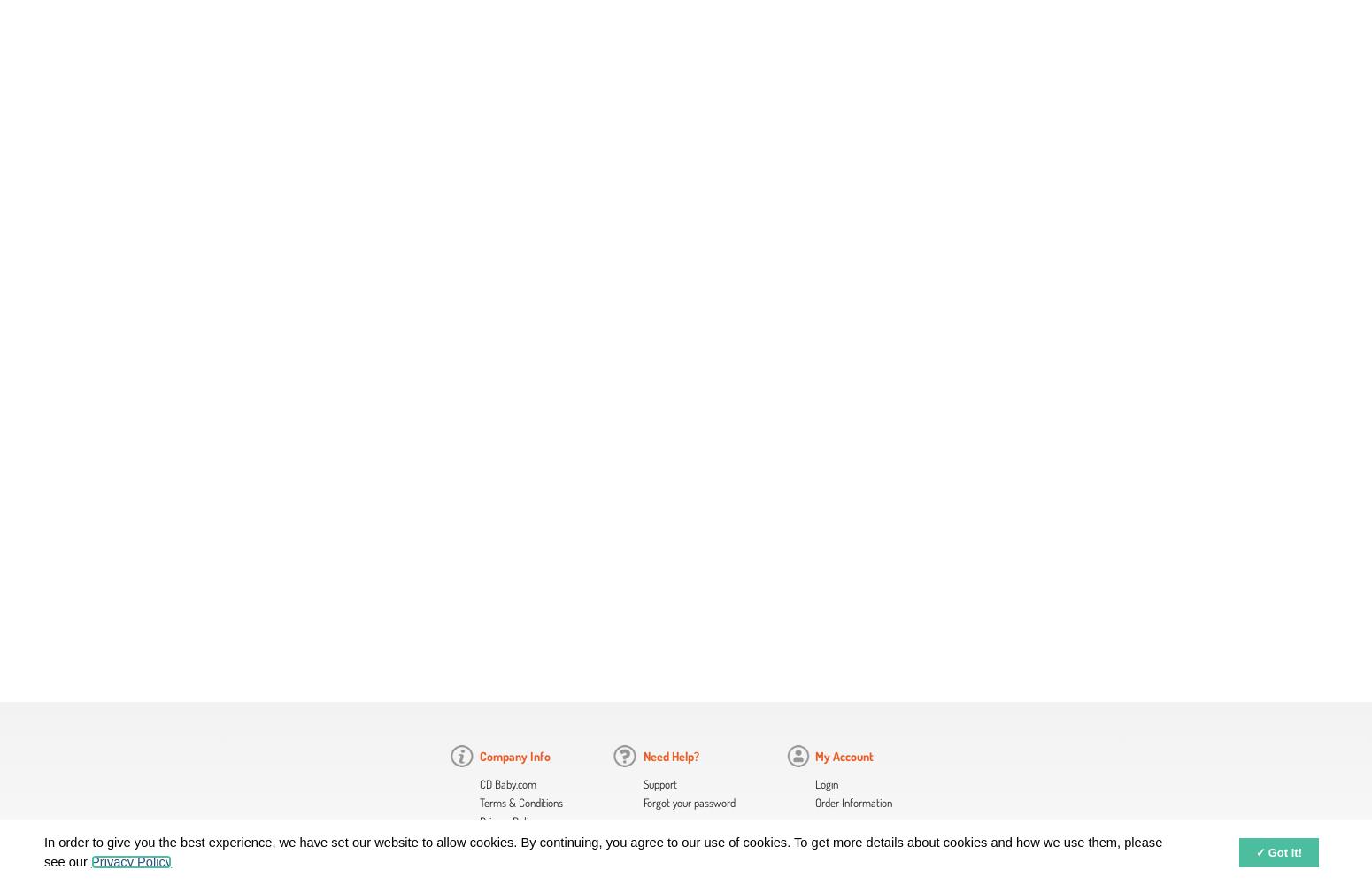 Image resolution: width=1372 pixels, height=885 pixels. I want to click on 'Got it!', so click(1283, 851).